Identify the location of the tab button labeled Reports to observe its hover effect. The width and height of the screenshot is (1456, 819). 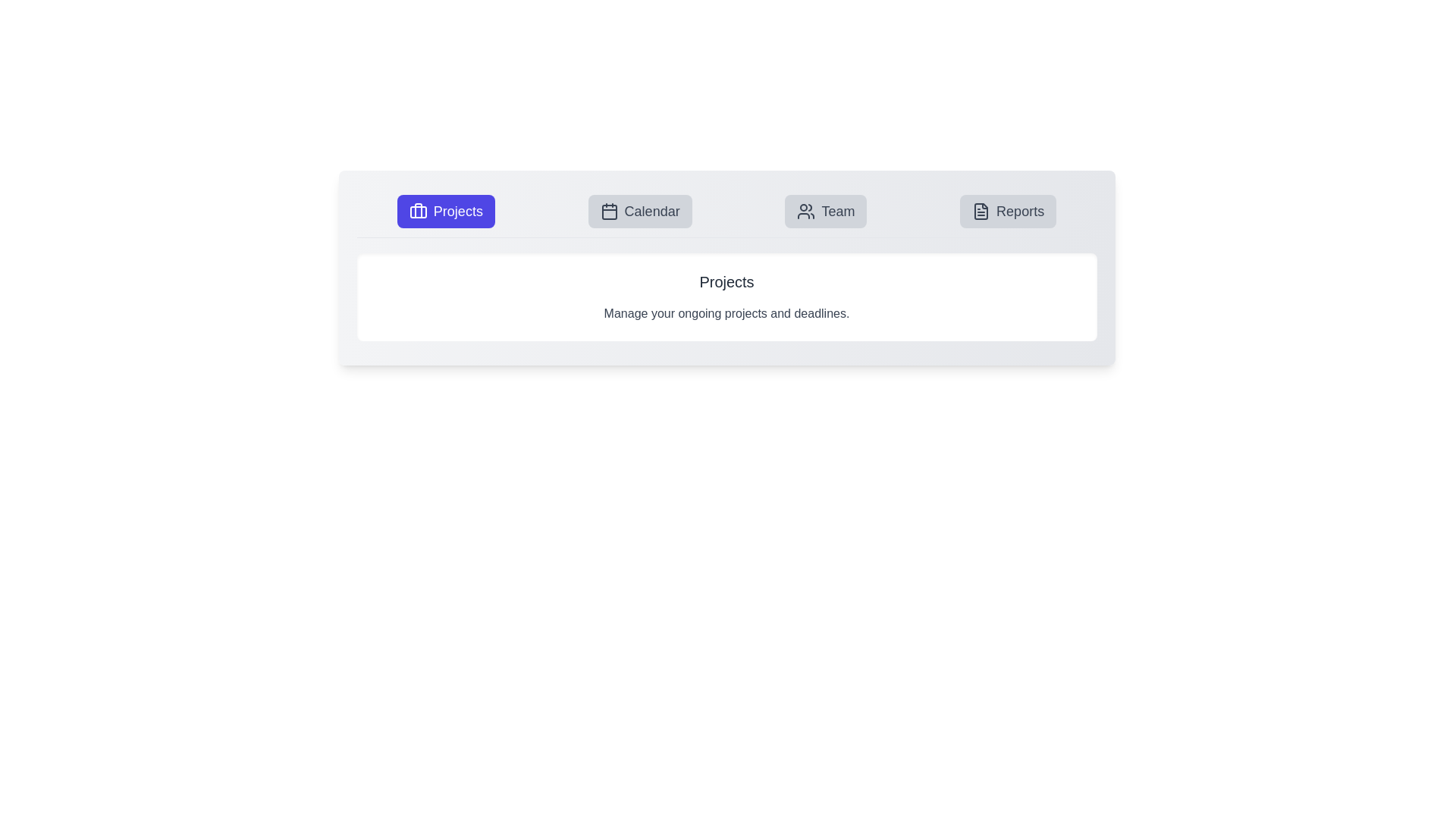
(1008, 211).